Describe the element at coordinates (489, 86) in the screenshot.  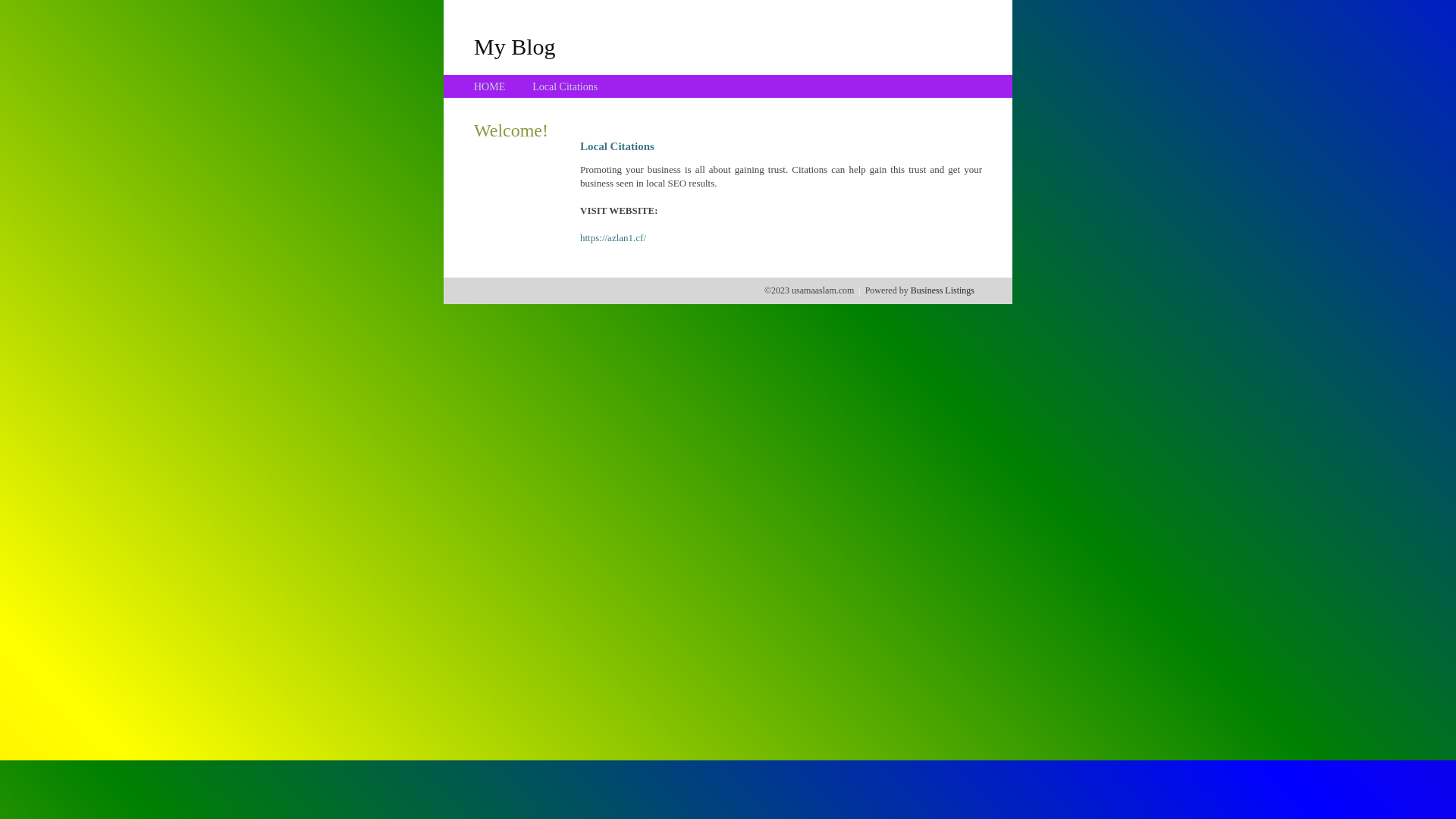
I see `'HOME'` at that location.